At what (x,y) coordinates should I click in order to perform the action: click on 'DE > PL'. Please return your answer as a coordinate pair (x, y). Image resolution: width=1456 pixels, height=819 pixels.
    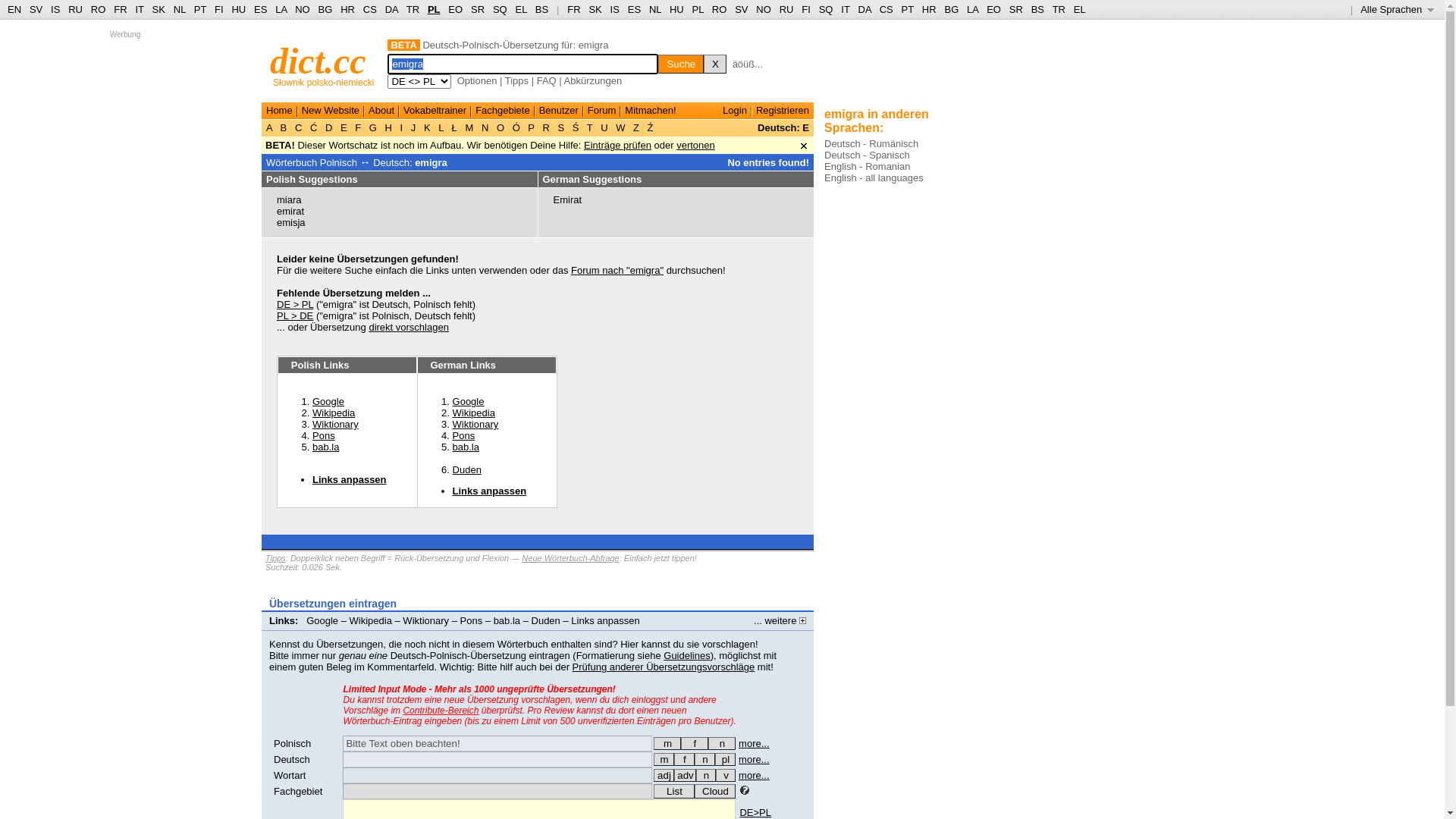
    Looking at the image, I should click on (294, 304).